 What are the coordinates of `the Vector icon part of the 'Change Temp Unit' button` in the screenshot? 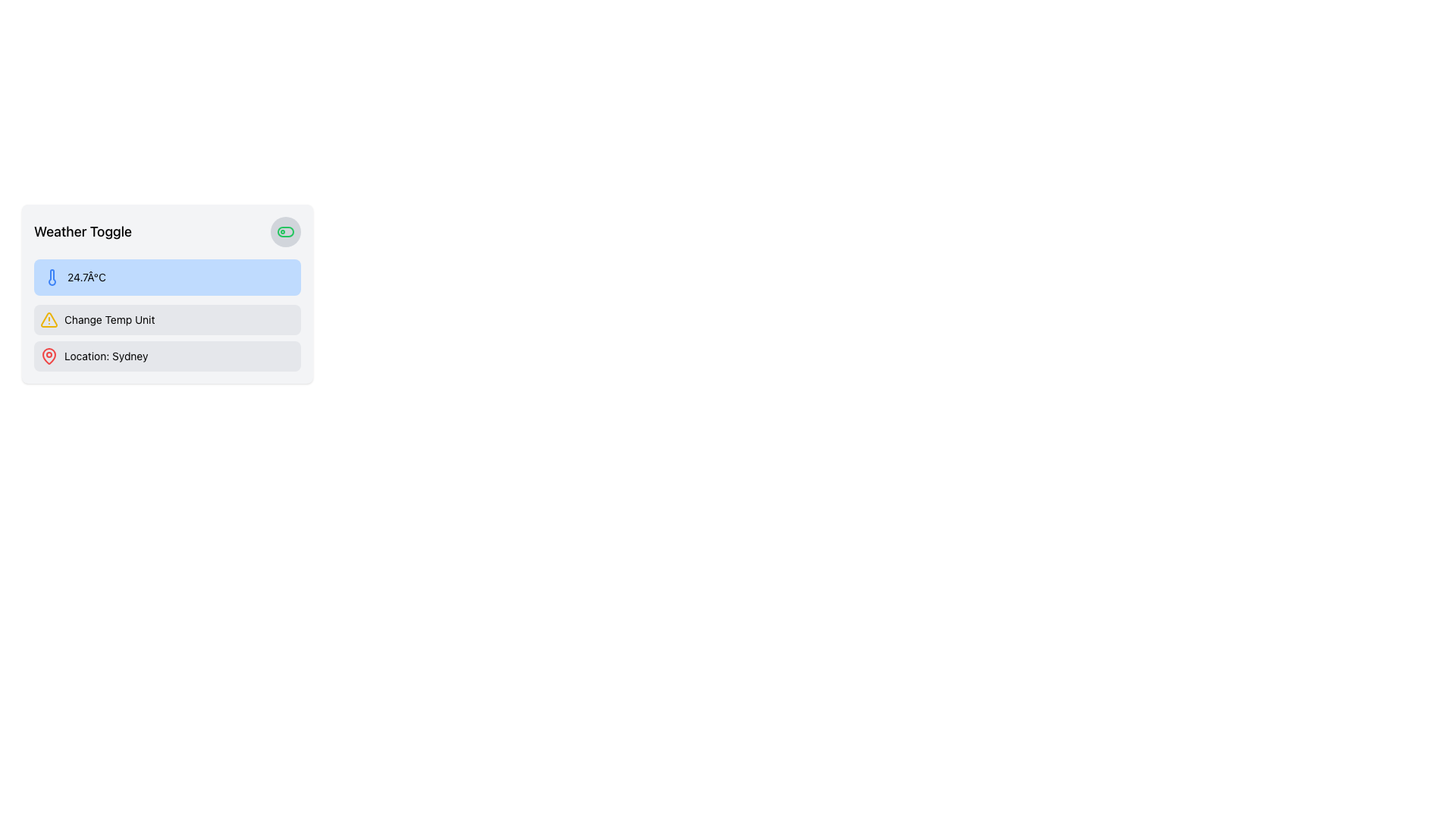 It's located at (49, 318).